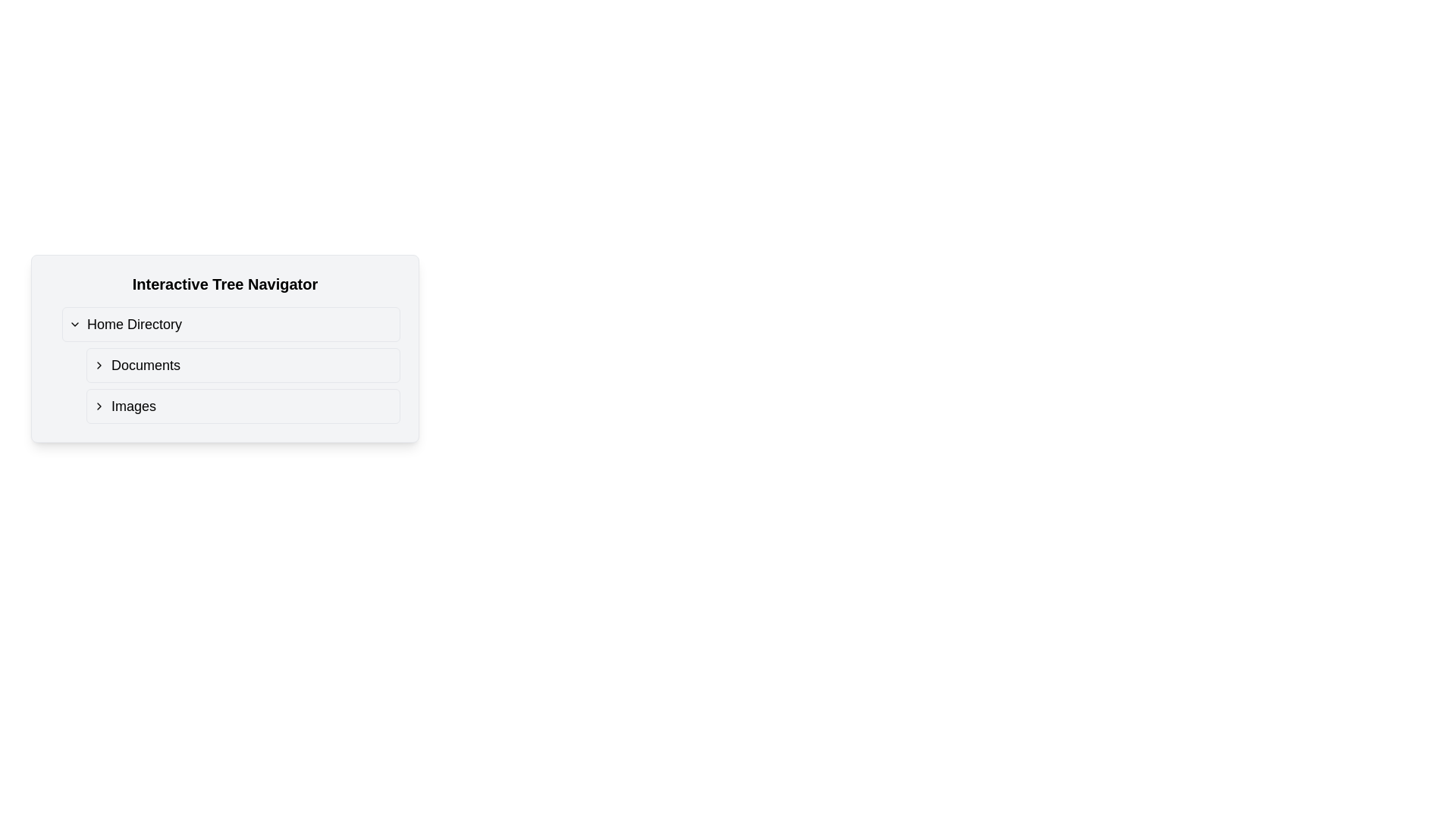 The width and height of the screenshot is (1456, 819). What do you see at coordinates (224, 284) in the screenshot?
I see `the Header text element that indicates the content pertains to the Interactive Tree Navigator interface` at bounding box center [224, 284].